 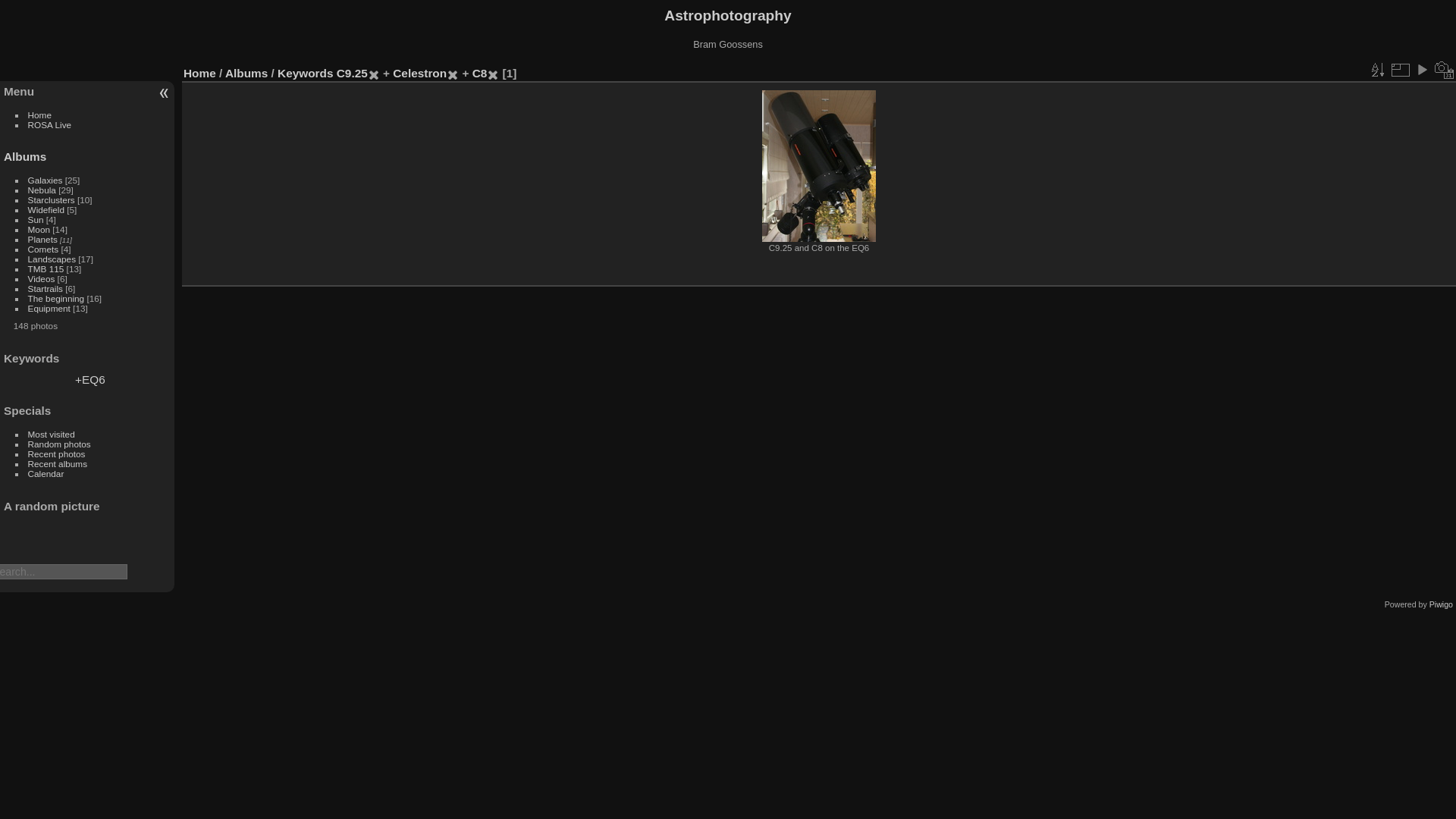 What do you see at coordinates (479, 73) in the screenshot?
I see `'C8'` at bounding box center [479, 73].